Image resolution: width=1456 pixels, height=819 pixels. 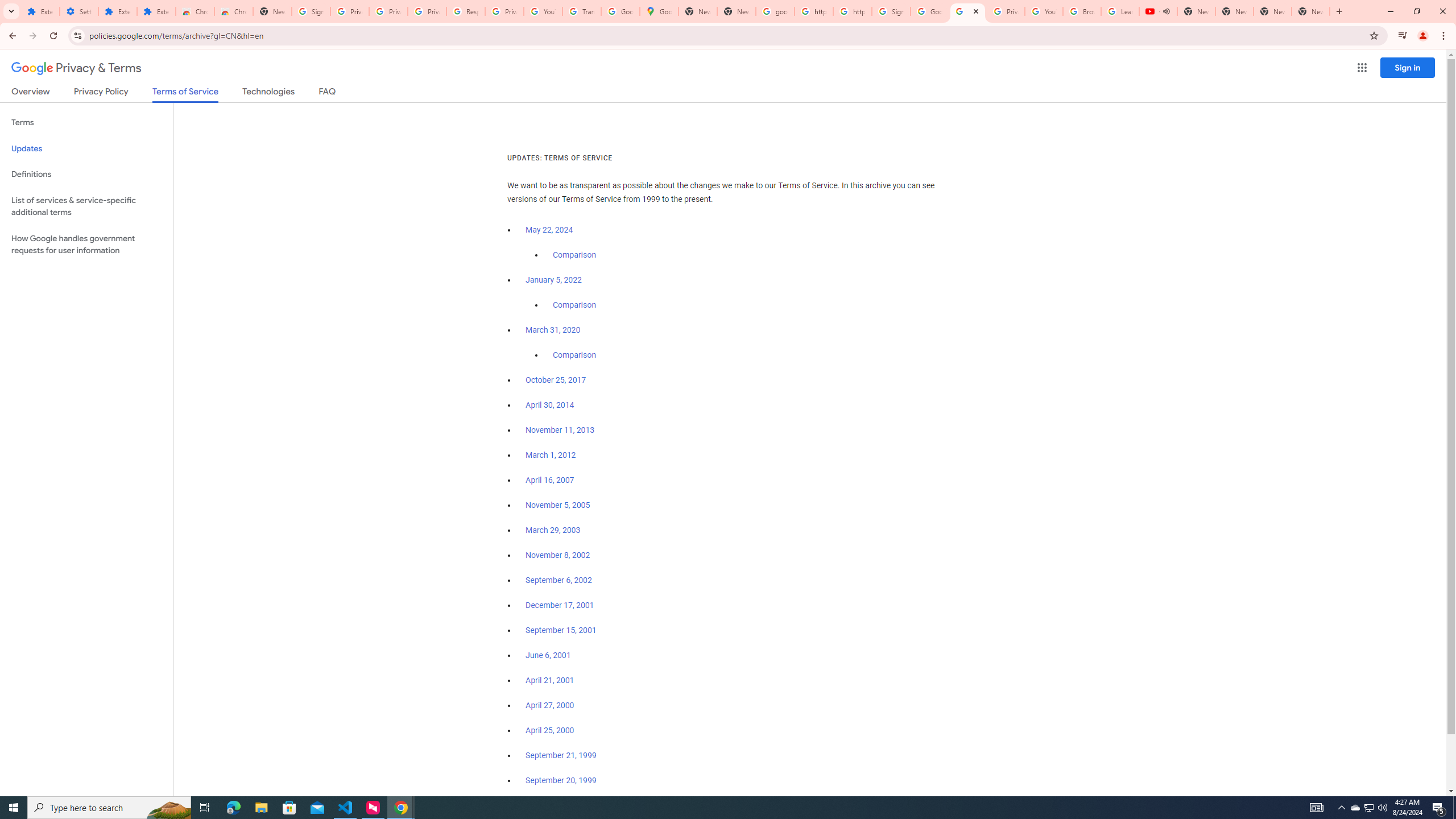 What do you see at coordinates (78, 11) in the screenshot?
I see `'Settings'` at bounding box center [78, 11].